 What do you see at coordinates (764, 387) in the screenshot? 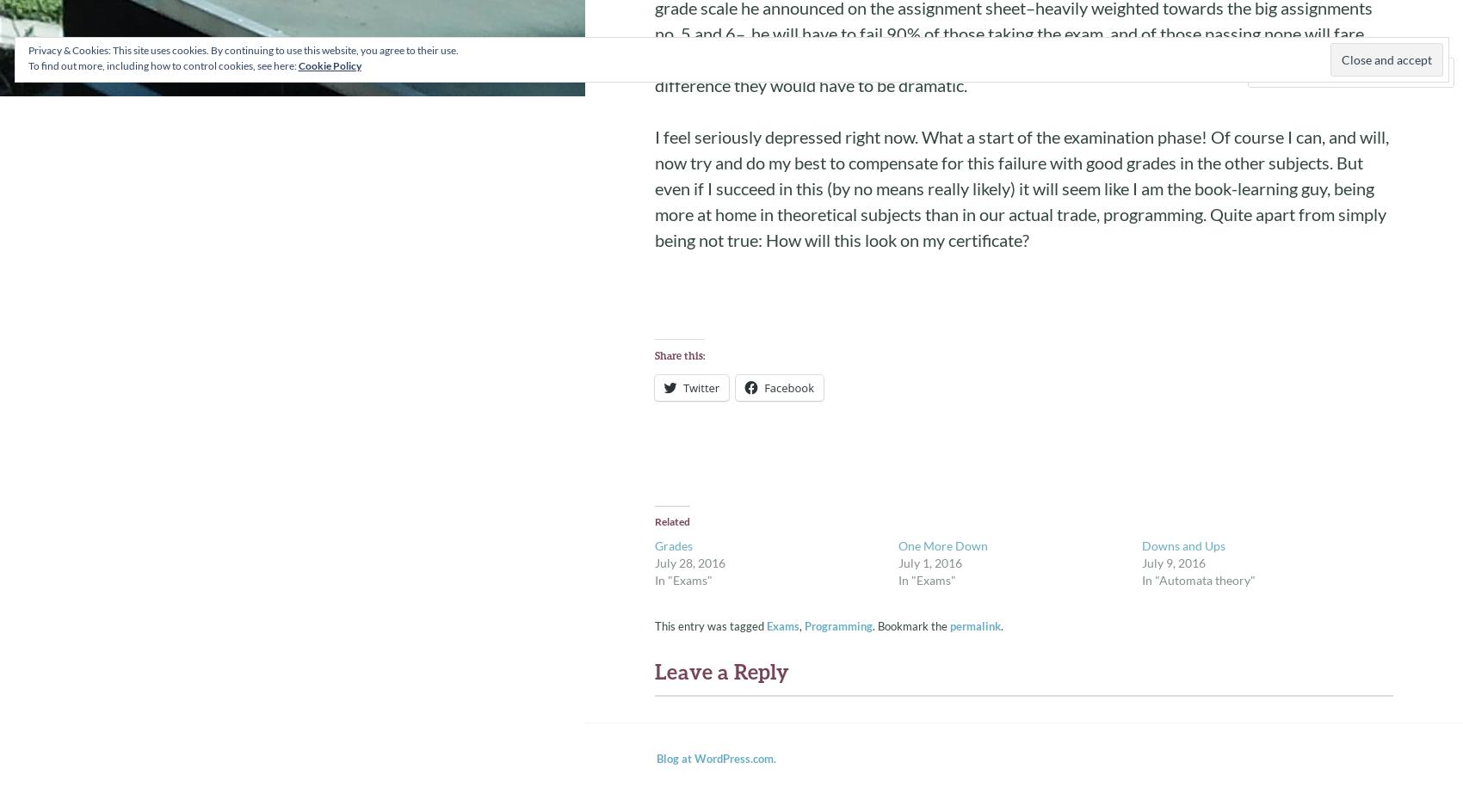
I see `'Facebook'` at bounding box center [764, 387].